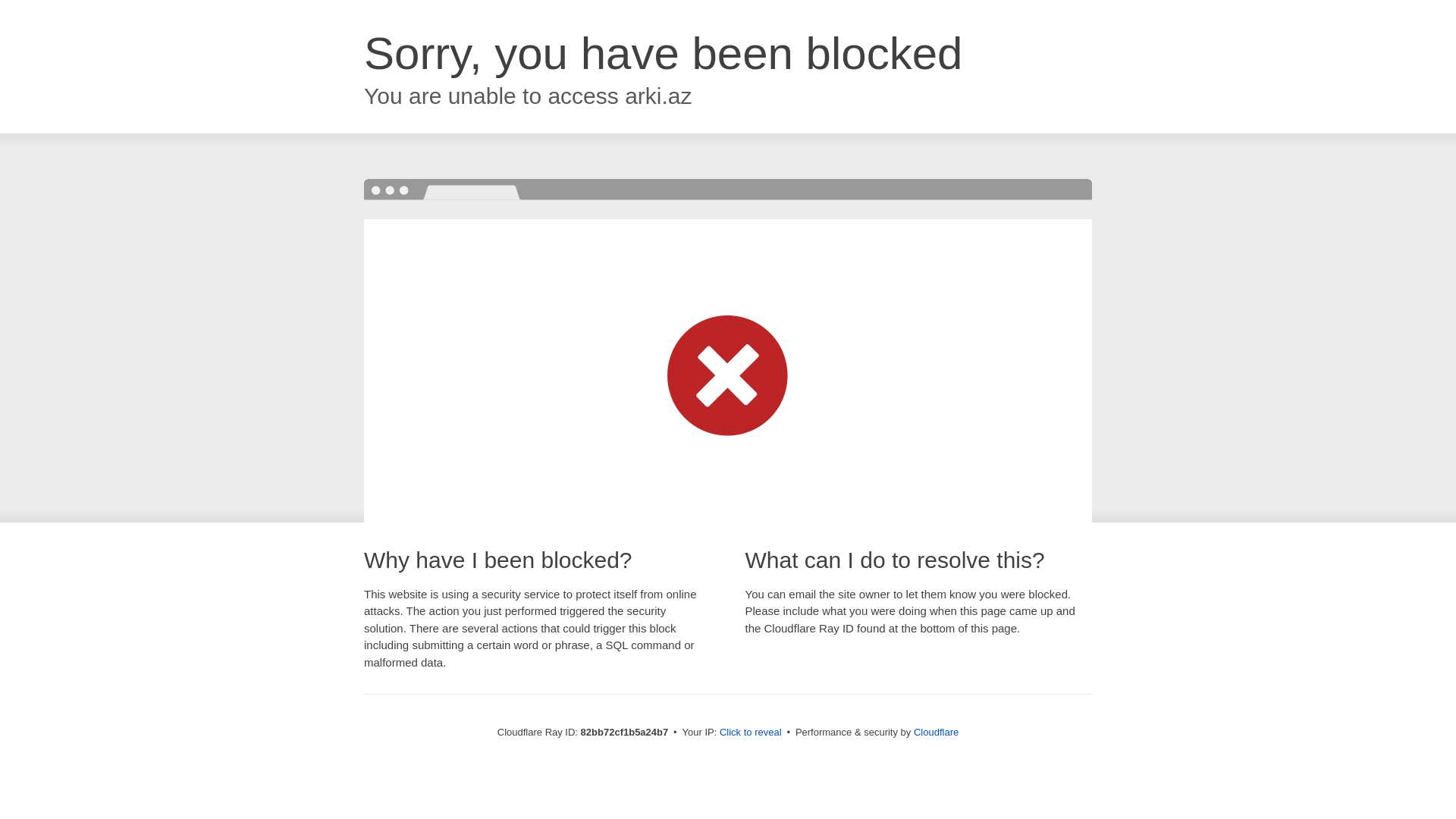 The image size is (1456, 819). Describe the element at coordinates (935, 731) in the screenshot. I see `'Cloudflare'` at that location.